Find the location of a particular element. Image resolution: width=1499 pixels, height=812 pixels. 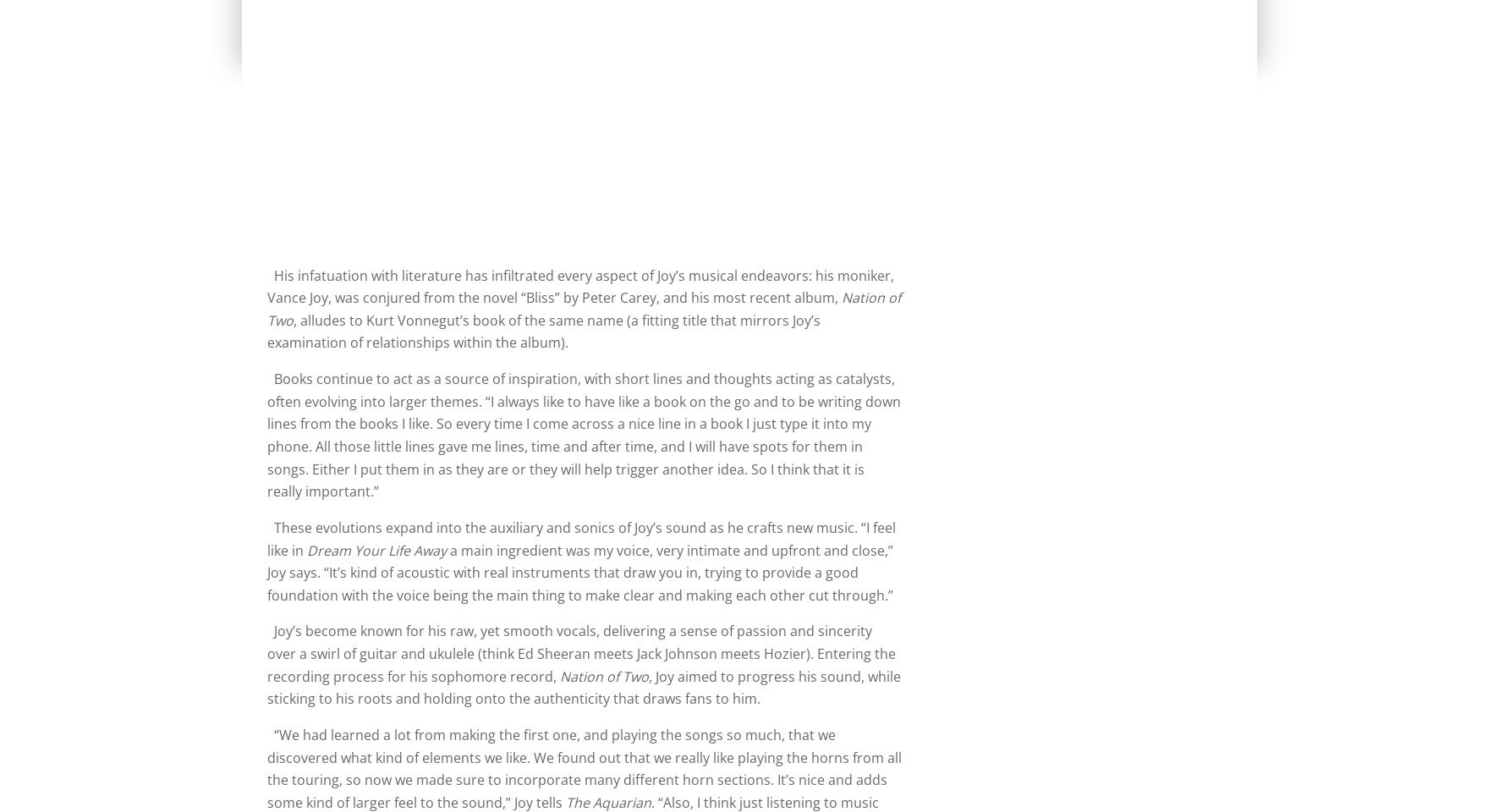

', alludes to Kurt Vonnegut’s book of the same name (a fitting title that mirrors Joy’s examination of relationships within the album).' is located at coordinates (544, 330).